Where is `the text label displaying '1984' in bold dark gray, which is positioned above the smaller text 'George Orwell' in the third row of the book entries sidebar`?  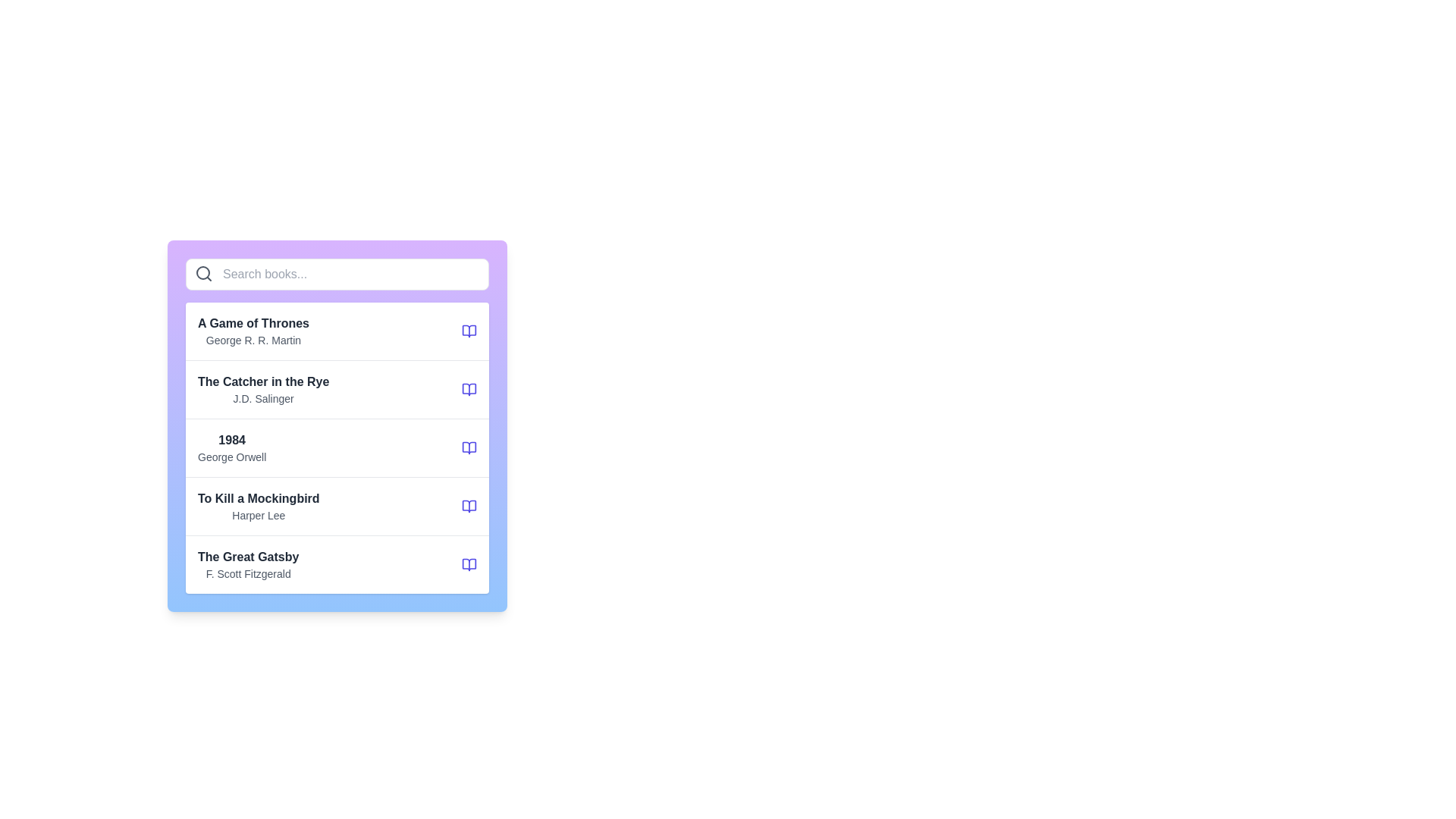 the text label displaying '1984' in bold dark gray, which is positioned above the smaller text 'George Orwell' in the third row of the book entries sidebar is located at coordinates (231, 441).